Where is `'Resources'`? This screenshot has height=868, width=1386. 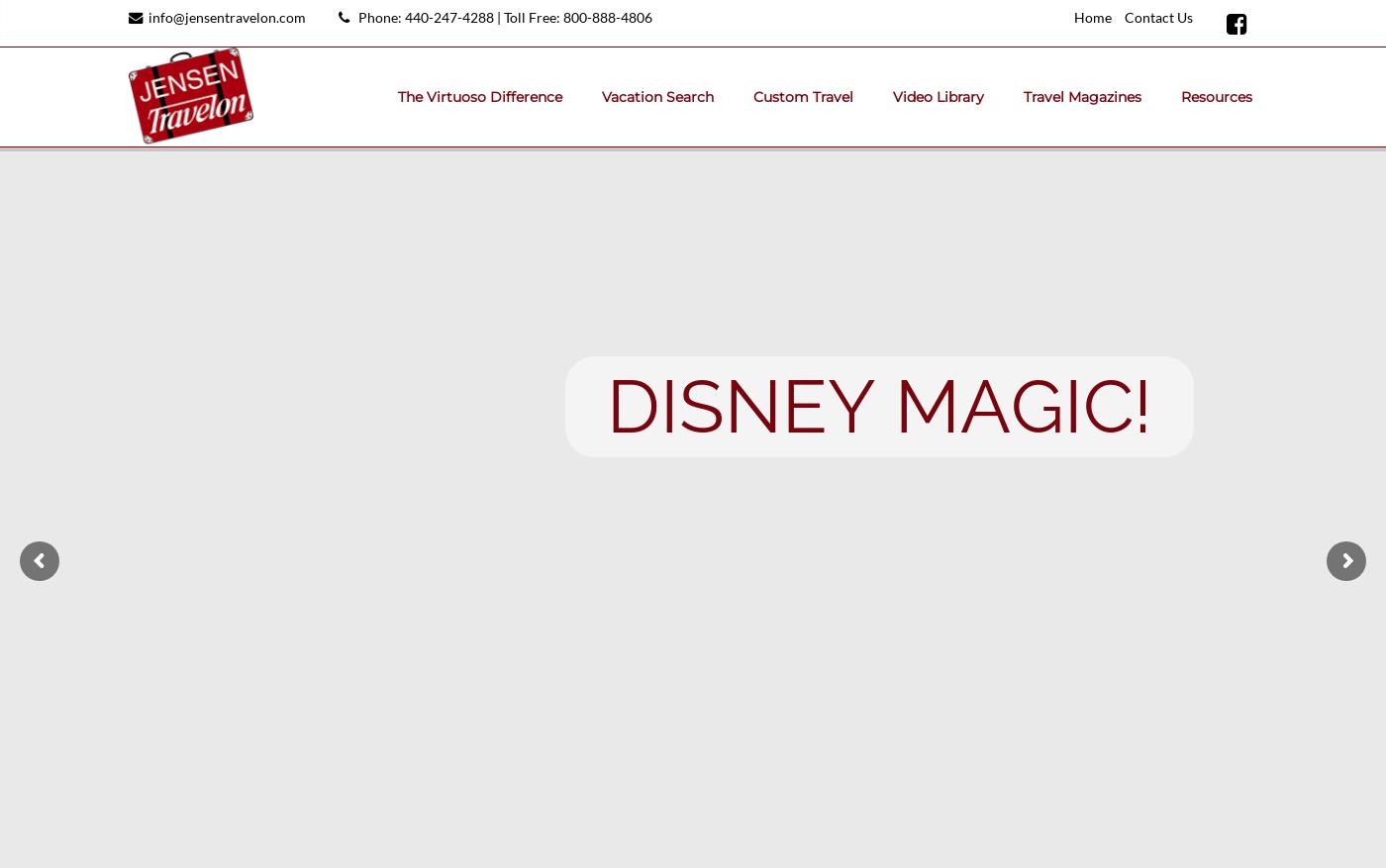 'Resources' is located at coordinates (1217, 96).